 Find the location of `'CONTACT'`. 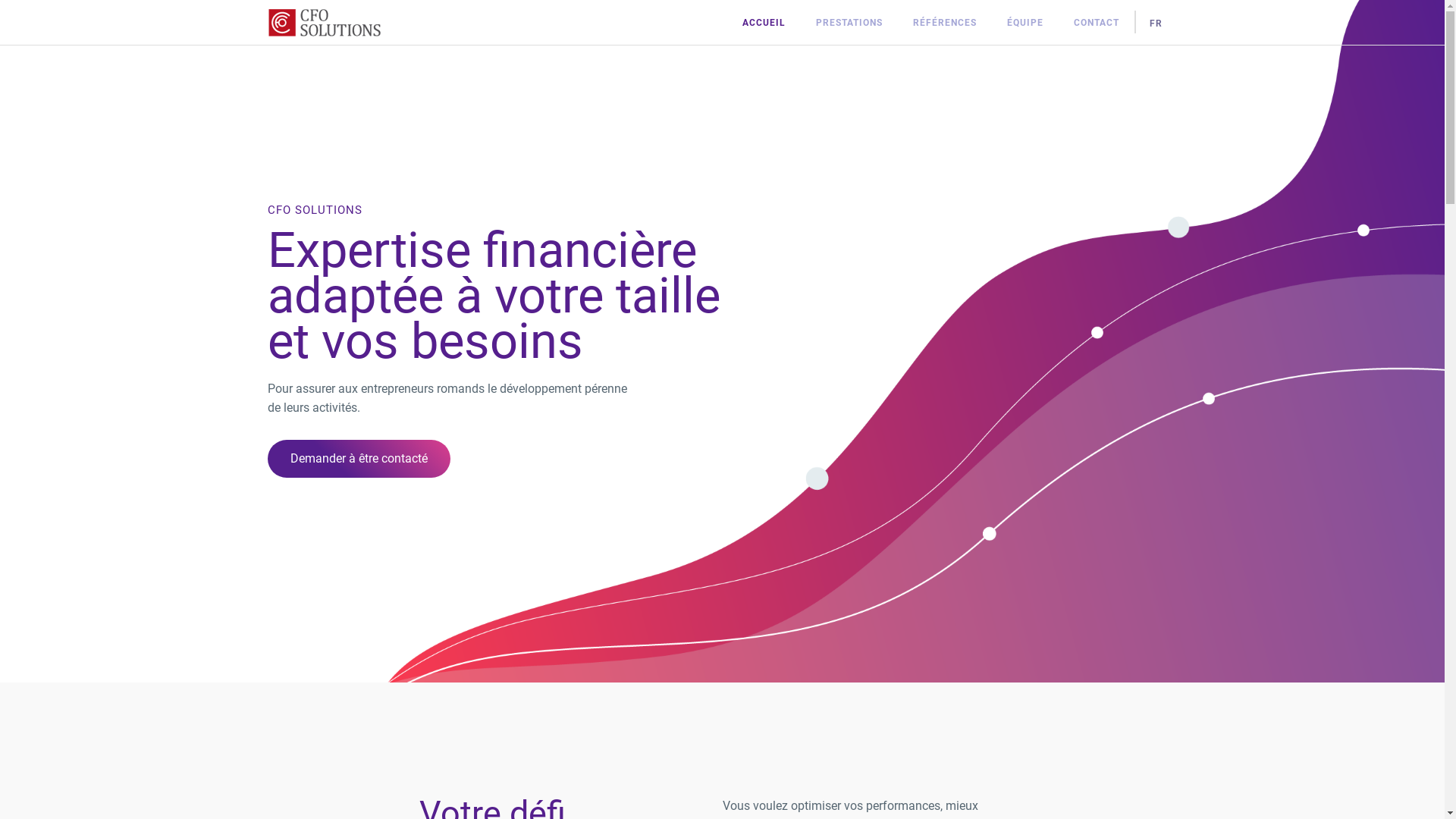

'CONTACT' is located at coordinates (1058, 21).